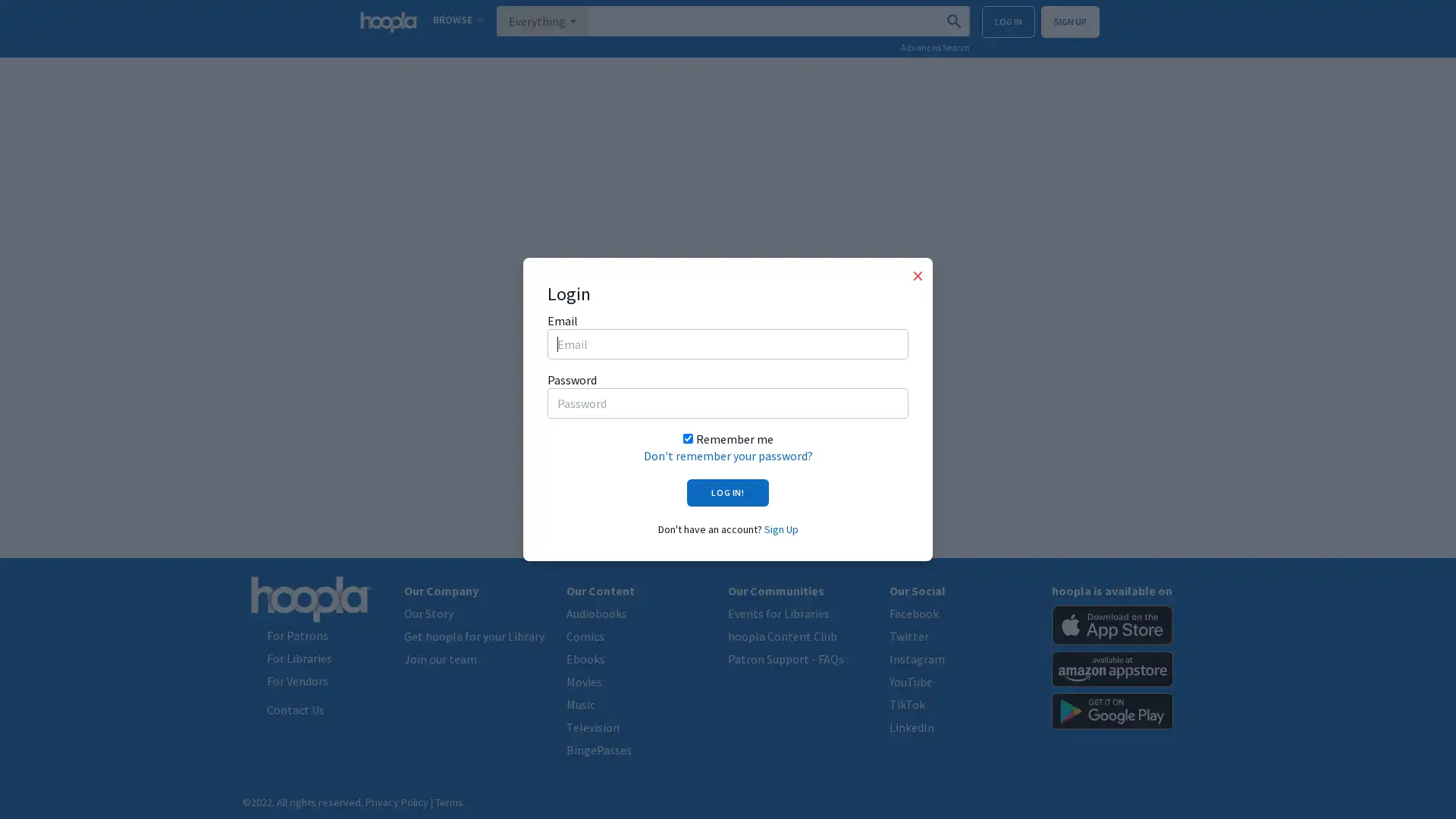  I want to click on LOG IN!, so click(726, 493).